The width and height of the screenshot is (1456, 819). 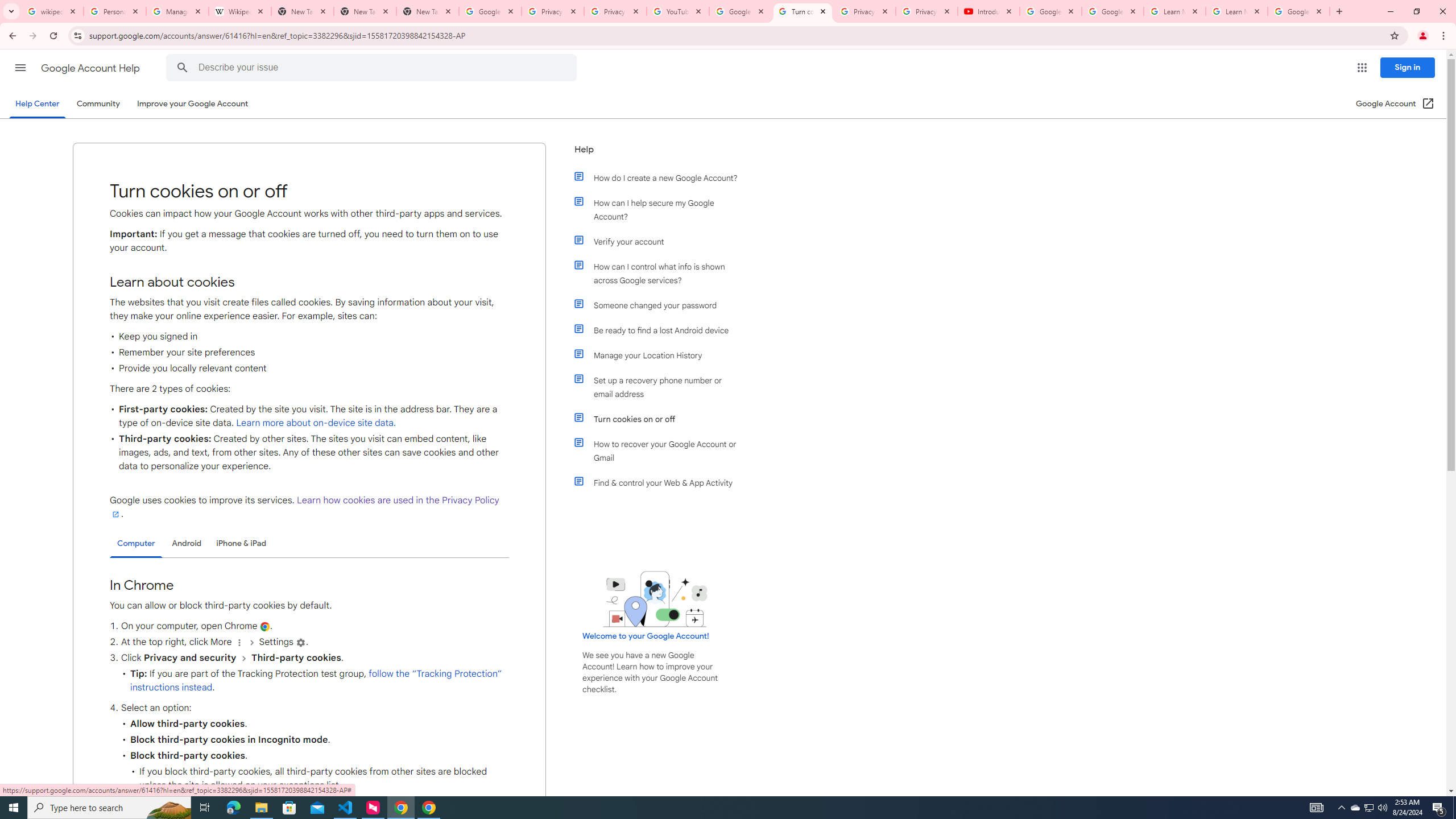 What do you see at coordinates (661, 419) in the screenshot?
I see `'Turn cookies on or off'` at bounding box center [661, 419].